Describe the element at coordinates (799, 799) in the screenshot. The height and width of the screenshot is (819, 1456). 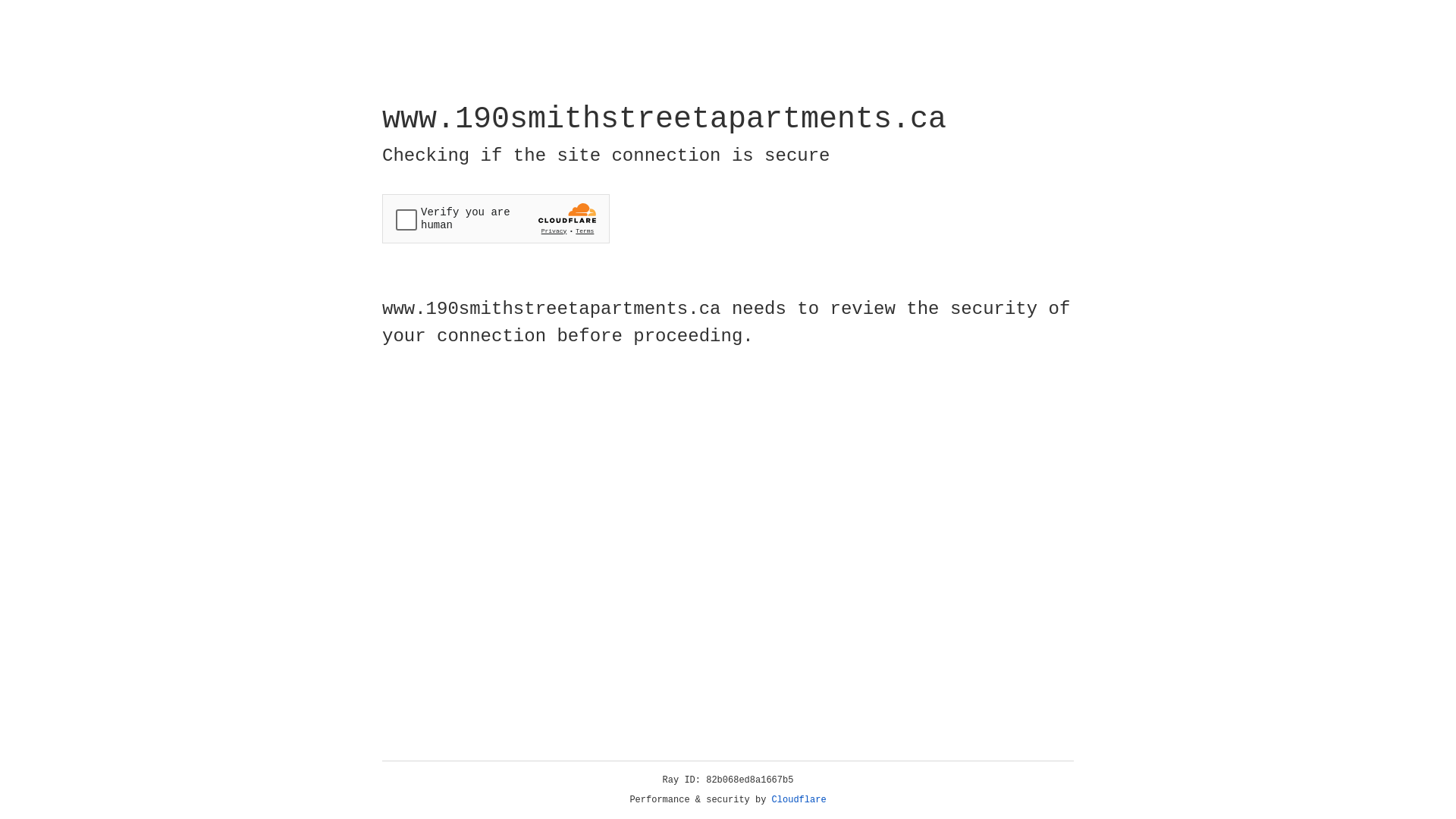
I see `'Cloudflare'` at that location.